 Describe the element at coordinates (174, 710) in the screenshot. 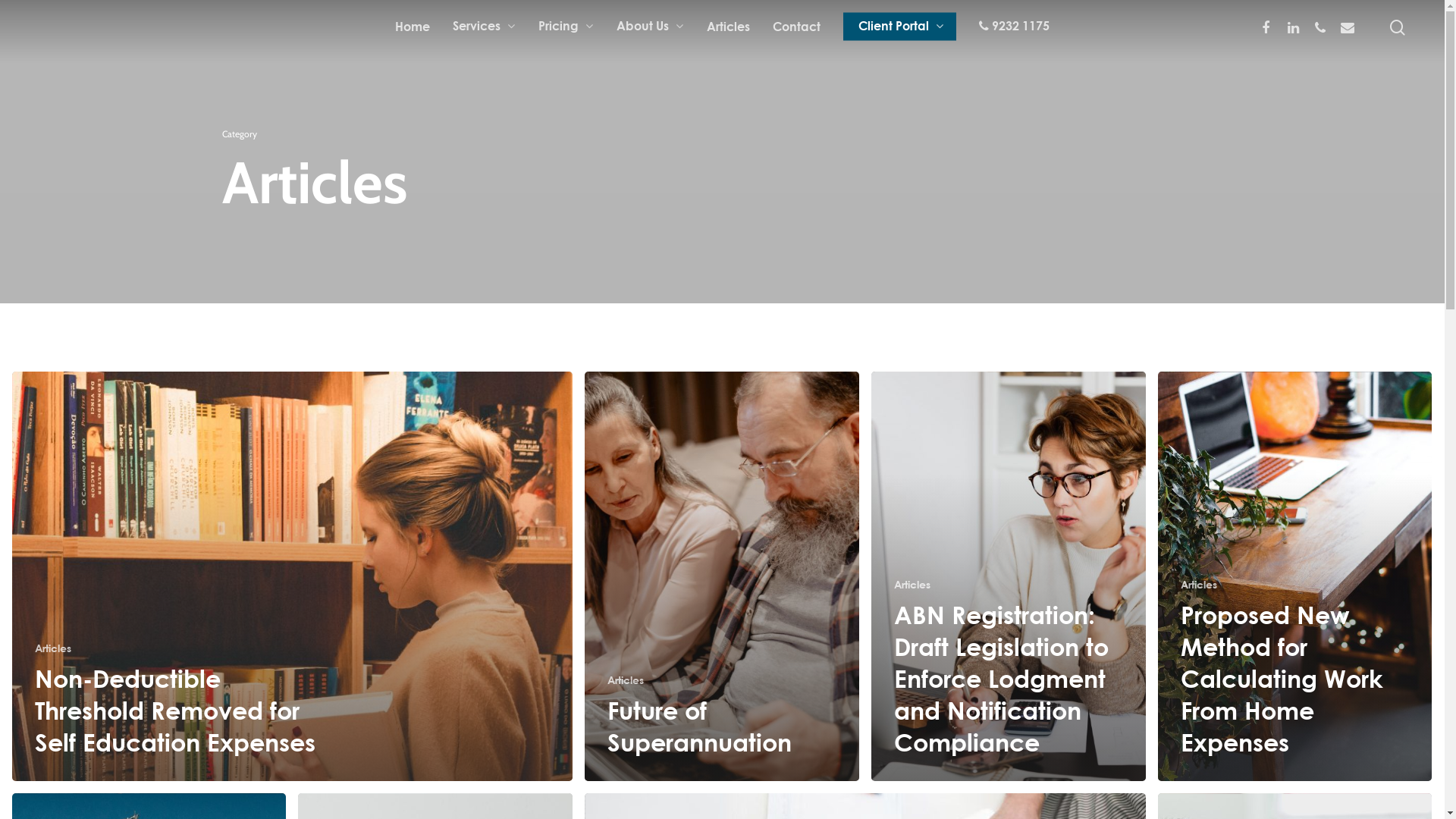

I see `'Non-Deductible Threshold Removed for Self Education Expenses'` at that location.